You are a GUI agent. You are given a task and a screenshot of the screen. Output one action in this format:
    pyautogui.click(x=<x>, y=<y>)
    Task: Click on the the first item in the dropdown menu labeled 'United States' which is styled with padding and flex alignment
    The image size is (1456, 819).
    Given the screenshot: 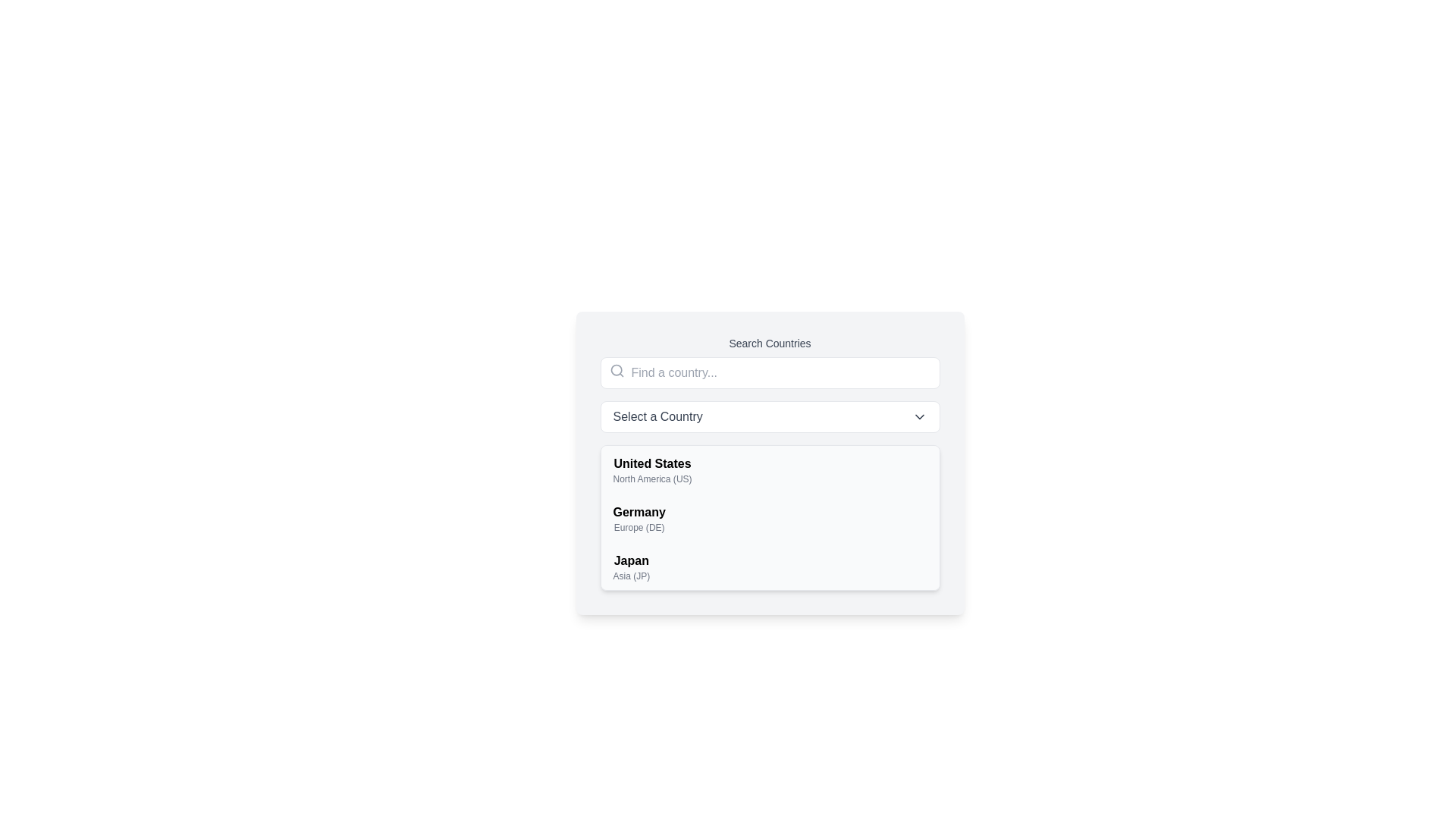 What is the action you would take?
    pyautogui.click(x=770, y=469)
    